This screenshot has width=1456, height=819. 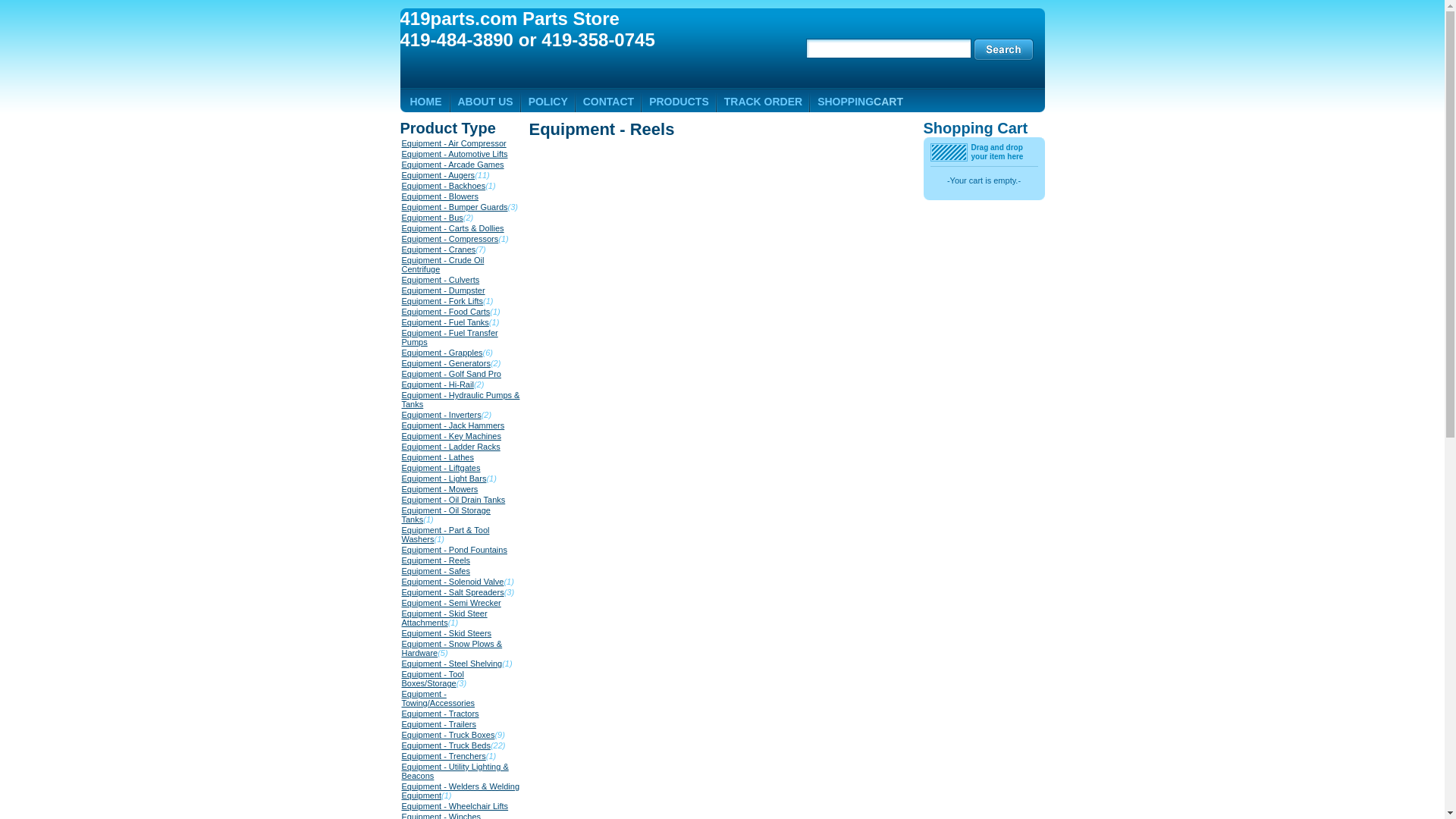 I want to click on 'Equipment - Trenchers', so click(x=443, y=755).